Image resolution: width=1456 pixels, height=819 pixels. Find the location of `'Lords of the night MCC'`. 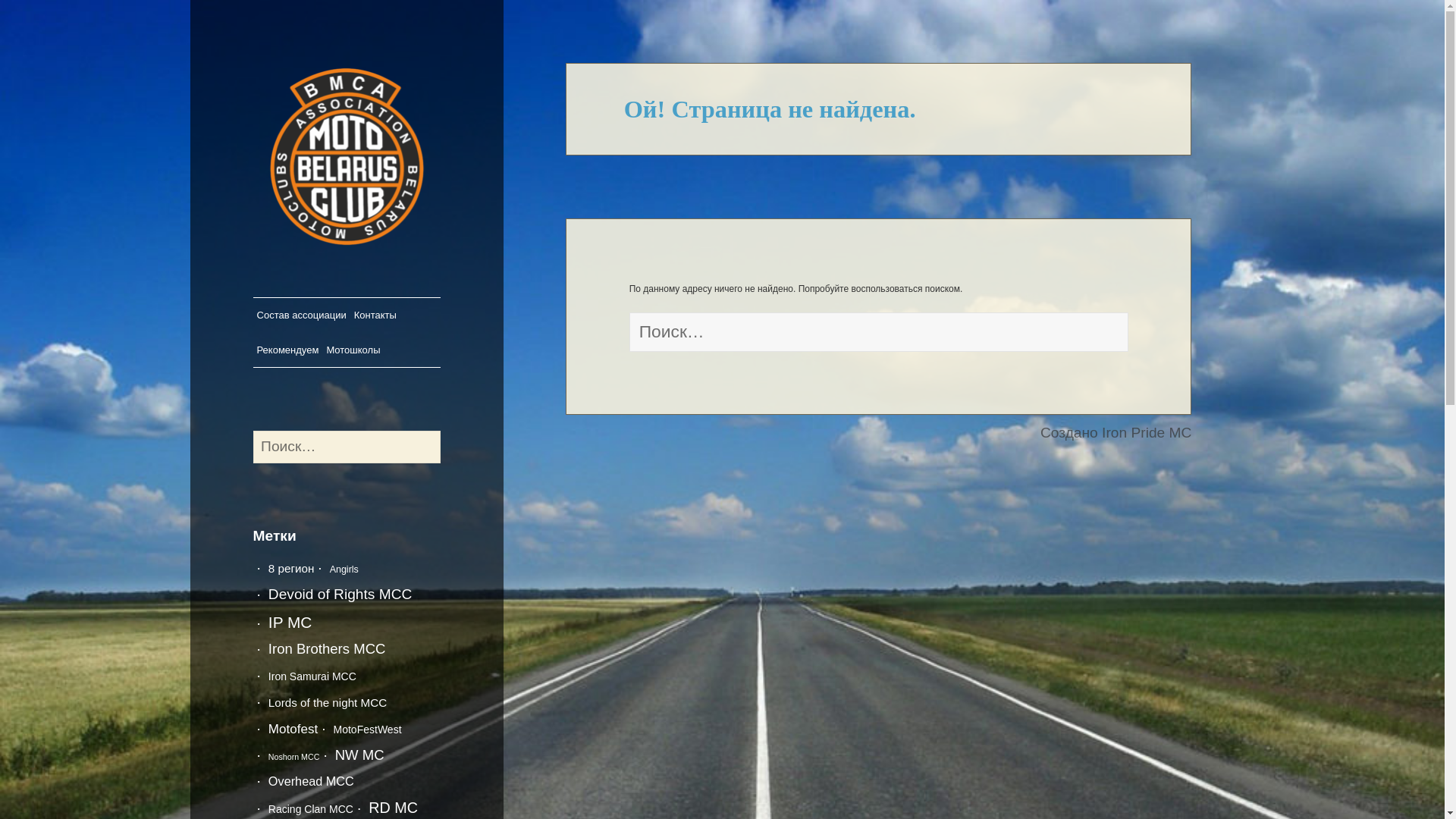

'Lords of the night MCC' is located at coordinates (268, 702).